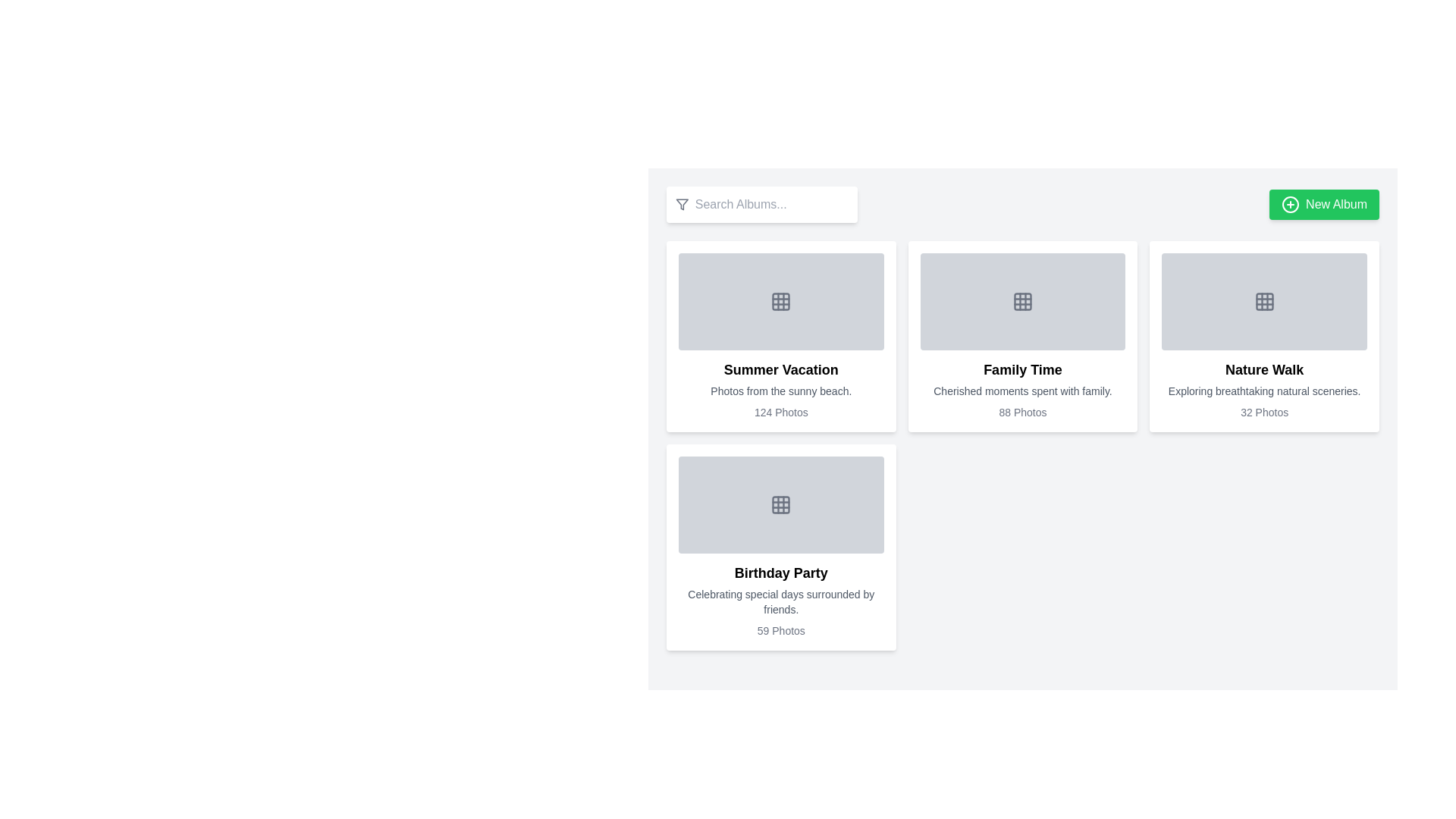 The height and width of the screenshot is (819, 1456). I want to click on the circular outline element containing the '+' symbol within the top-right corner of the green 'New Album' button, so click(1290, 205).